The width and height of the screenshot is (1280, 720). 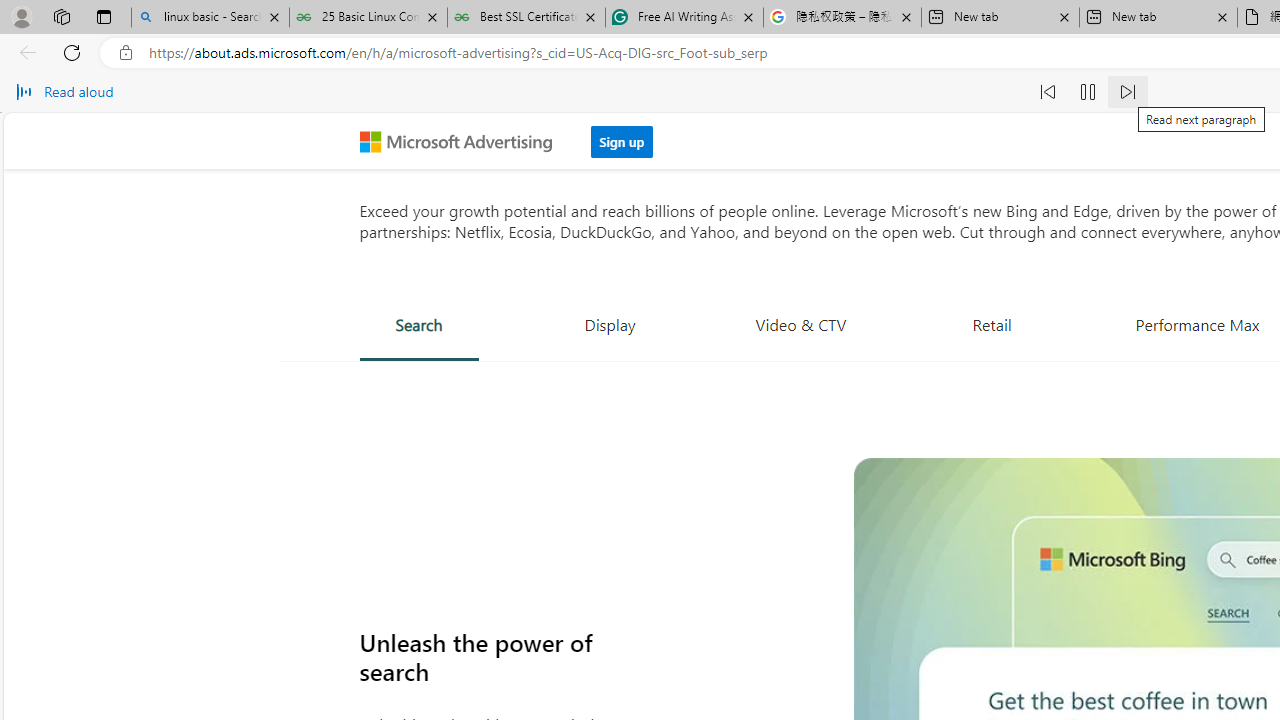 I want to click on 'Retail', so click(x=992, y=323).